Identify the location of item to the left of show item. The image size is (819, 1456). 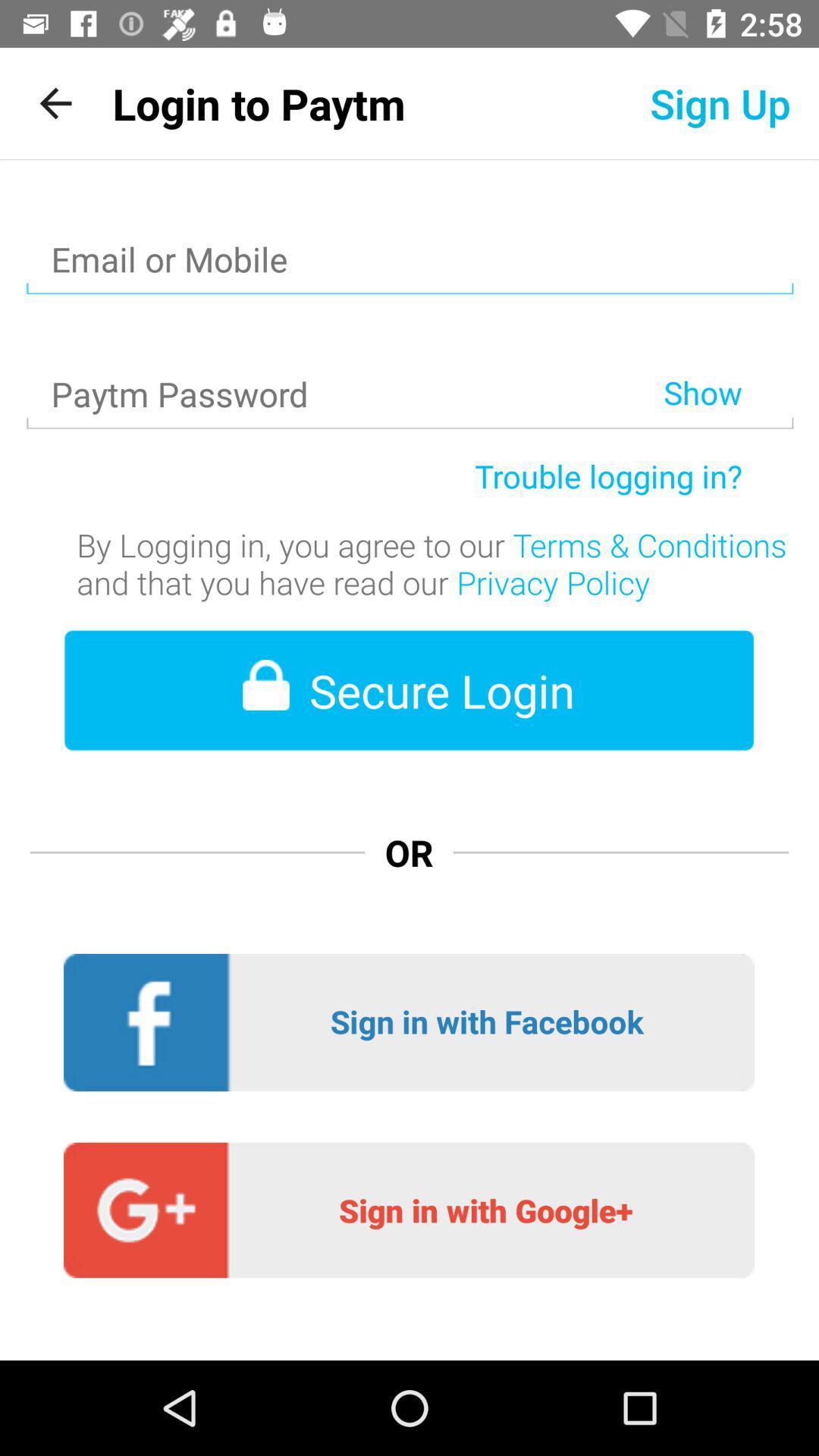
(344, 354).